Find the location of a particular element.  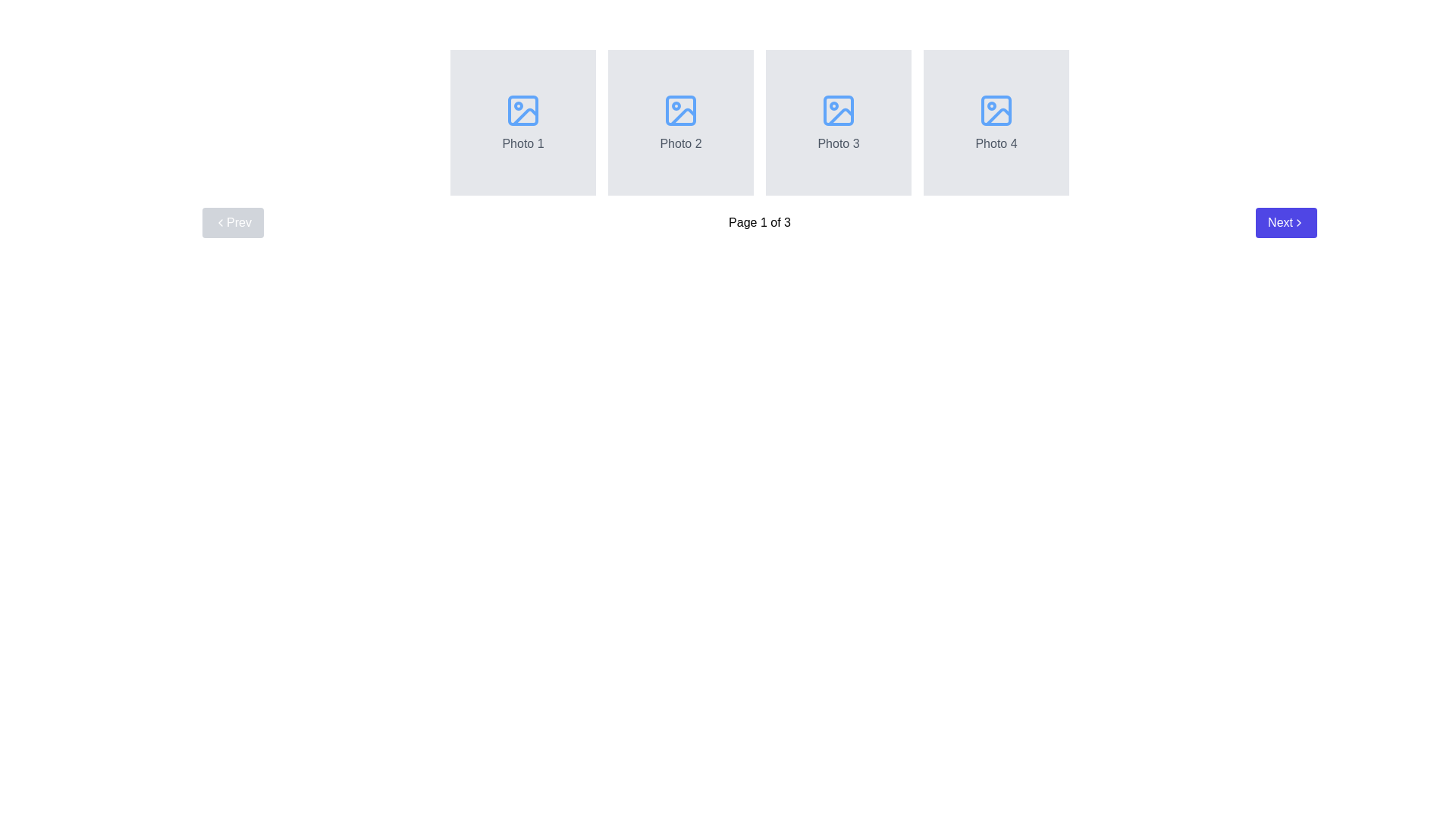

the gallery item representing 'Photo 2', which is the second item in a horizontal gallery of four items is located at coordinates (679, 122).